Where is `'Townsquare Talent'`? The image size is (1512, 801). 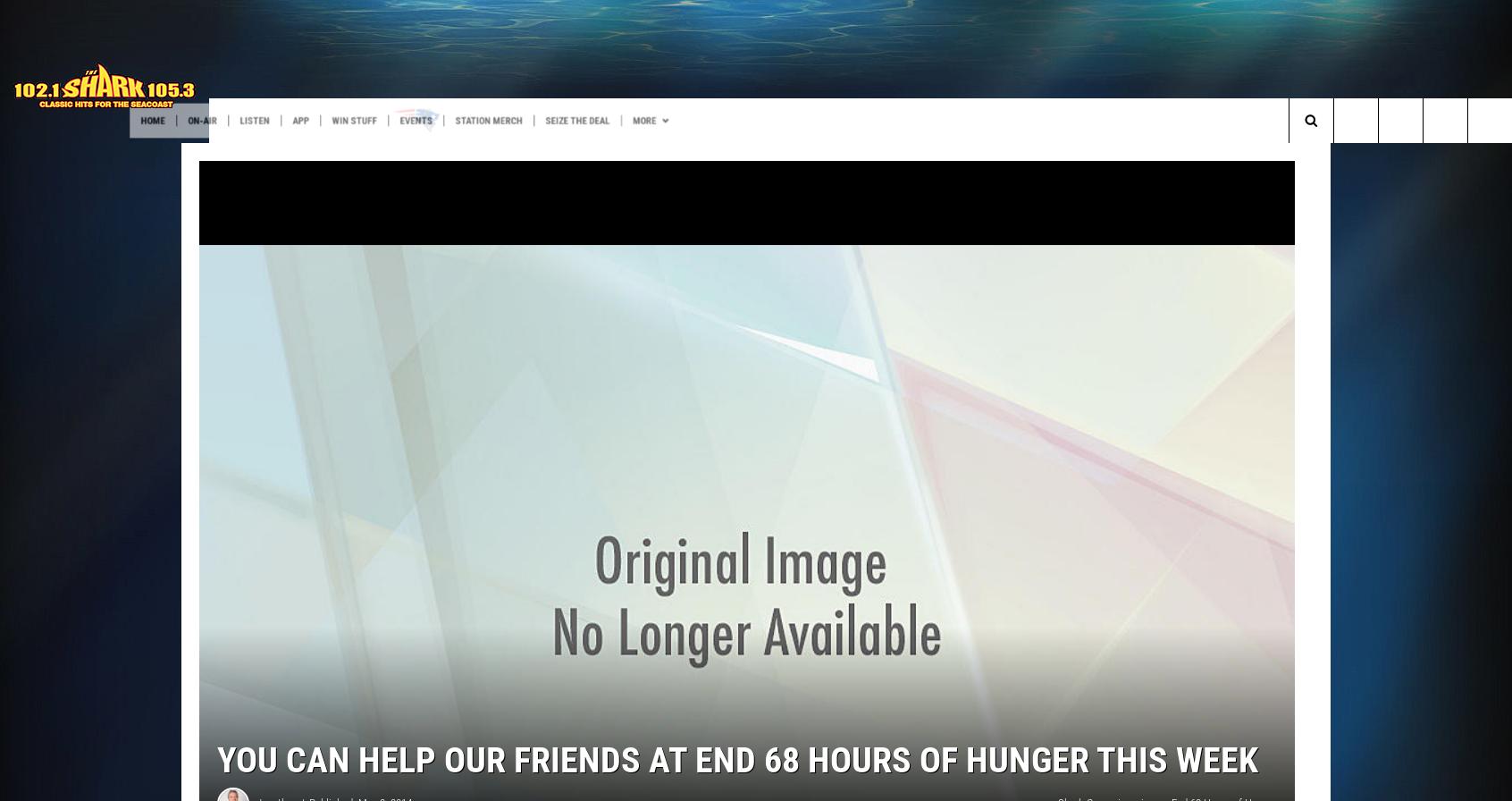
'Townsquare Talent' is located at coordinates (207, 156).